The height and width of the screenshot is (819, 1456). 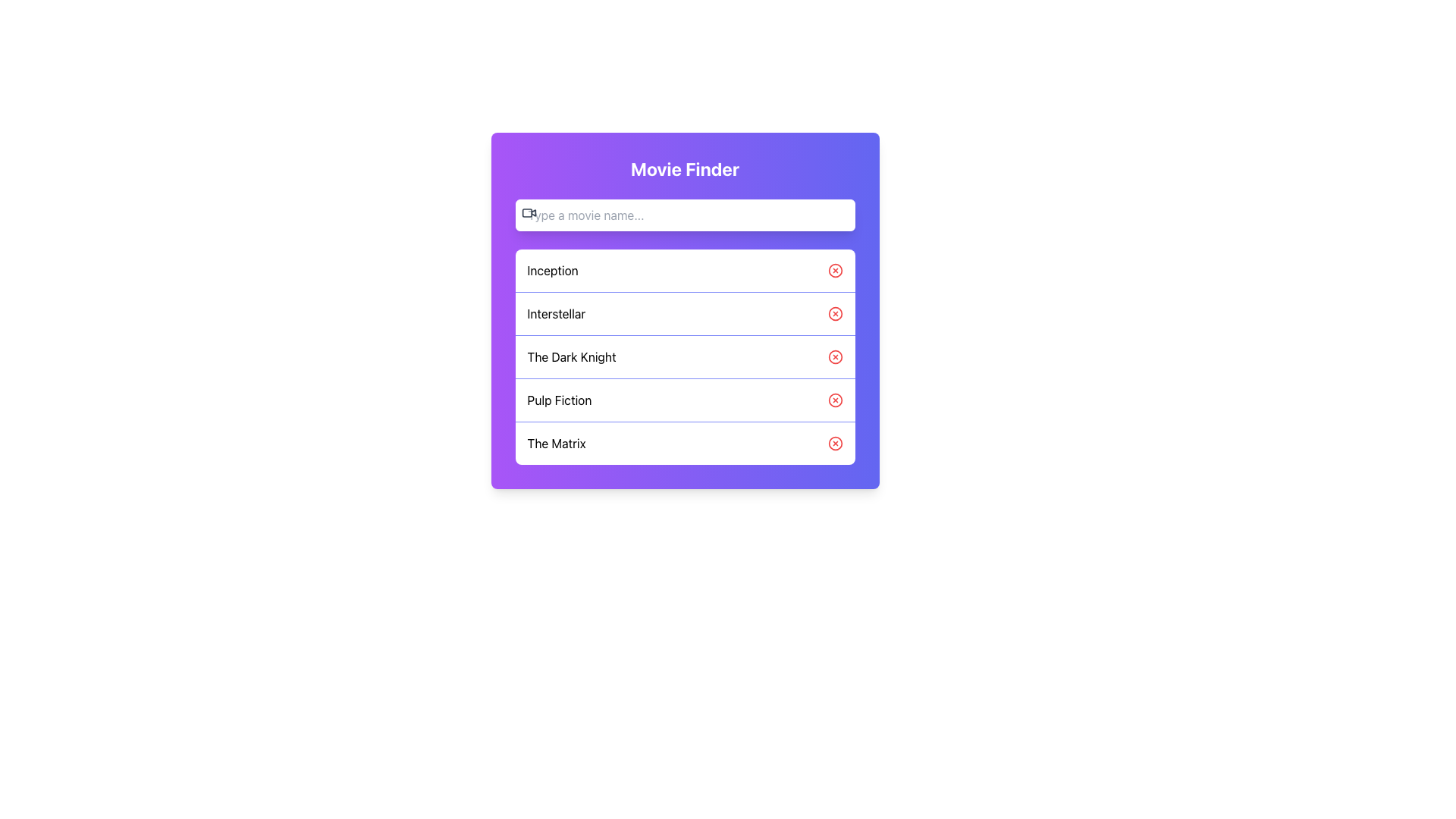 What do you see at coordinates (834, 312) in the screenshot?
I see `the Icon component (circular border) which is part of the delete button located in the rightmost section of the second row in the movie list` at bounding box center [834, 312].